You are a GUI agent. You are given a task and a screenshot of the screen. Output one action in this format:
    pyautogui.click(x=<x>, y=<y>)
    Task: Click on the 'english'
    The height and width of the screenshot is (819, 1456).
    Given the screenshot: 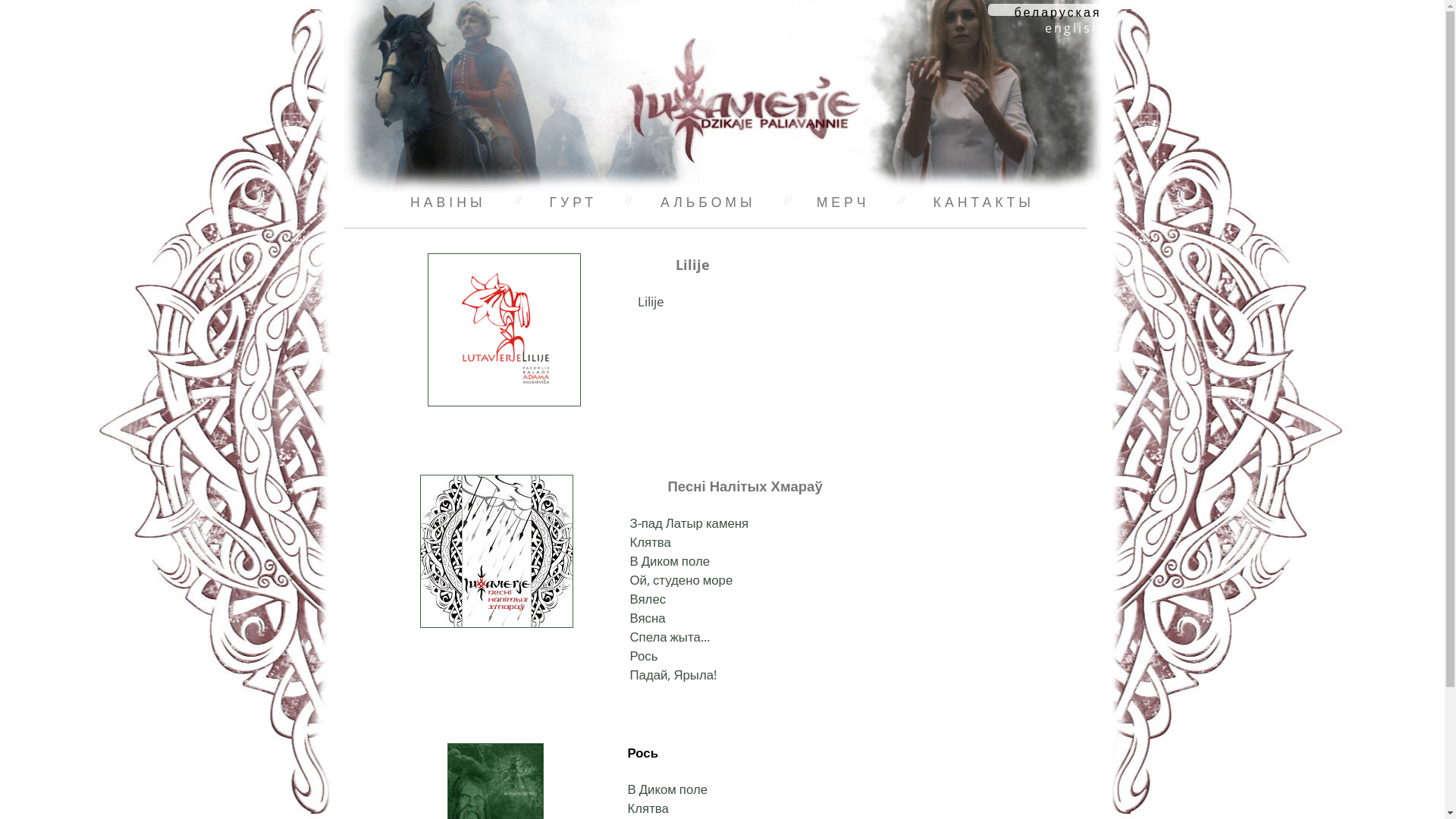 What is the action you would take?
    pyautogui.click(x=1072, y=28)
    